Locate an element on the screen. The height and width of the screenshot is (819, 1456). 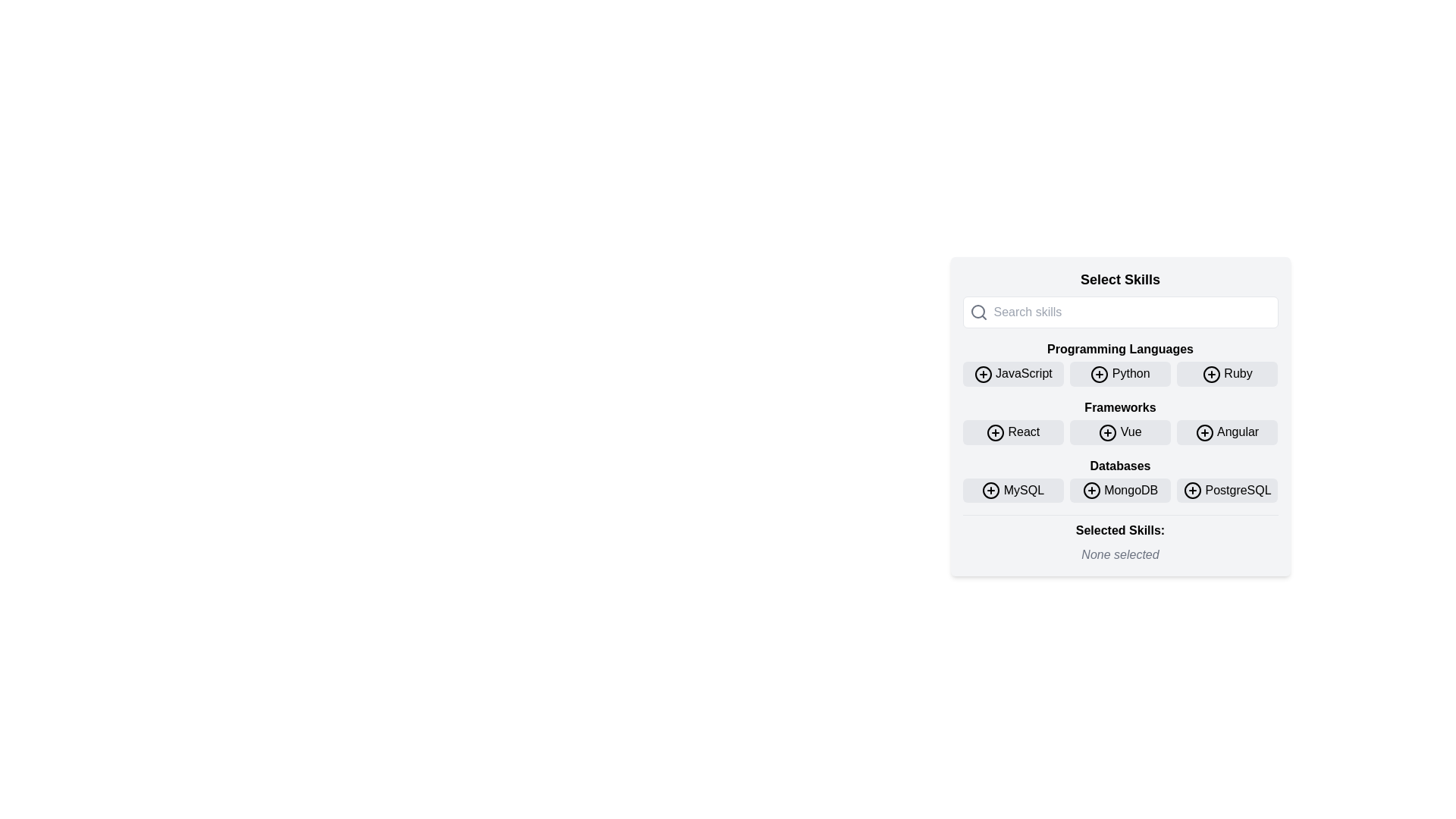
the 'Angular' button in the 'Frameworks' category of the skills selection interface is located at coordinates (1204, 432).